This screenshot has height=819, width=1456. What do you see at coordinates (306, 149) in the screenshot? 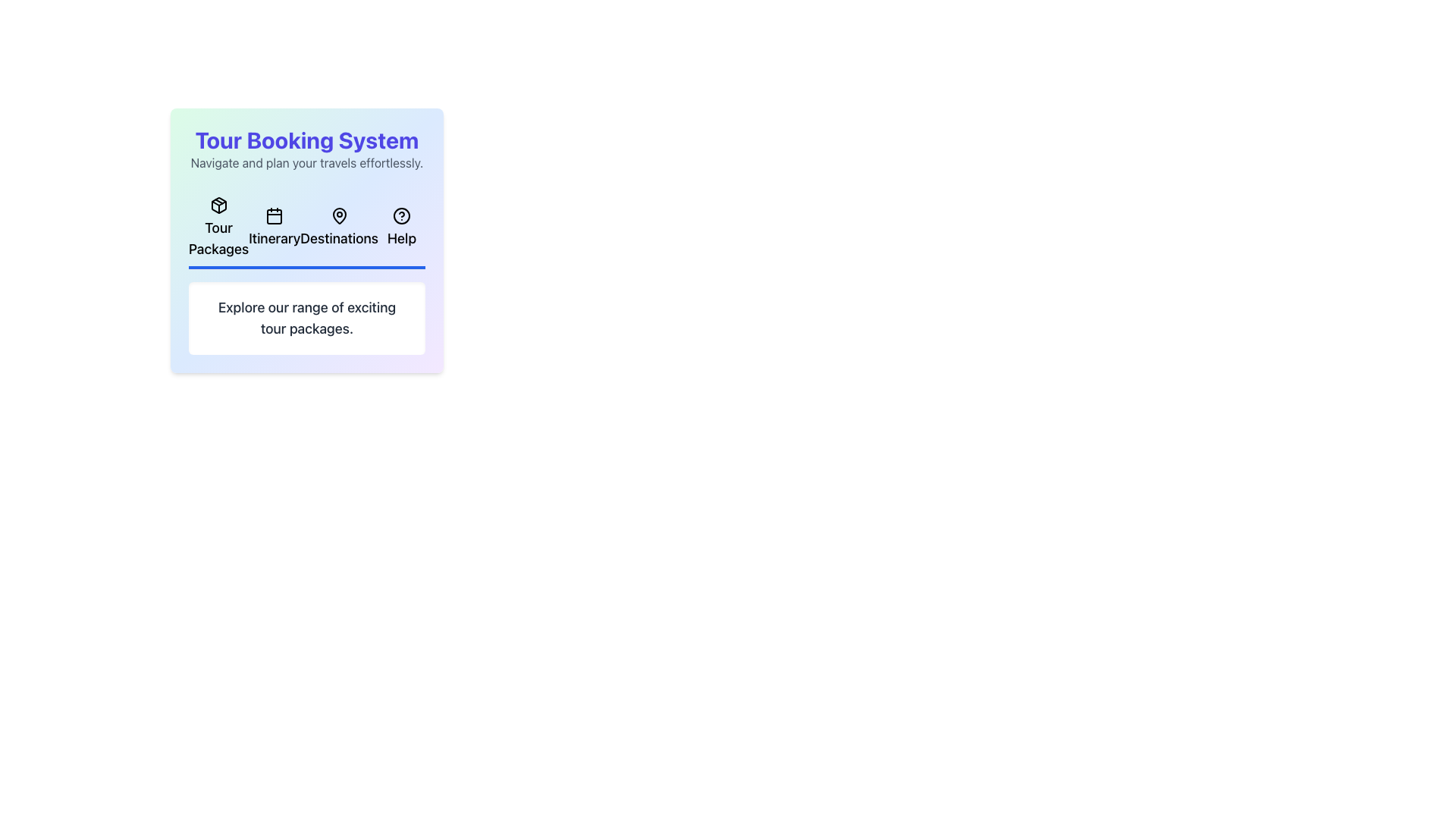
I see `static text component at the top center of the card that displays 'Tour Booking System' and 'Navigate and plan your travels effortlessly.'` at bounding box center [306, 149].